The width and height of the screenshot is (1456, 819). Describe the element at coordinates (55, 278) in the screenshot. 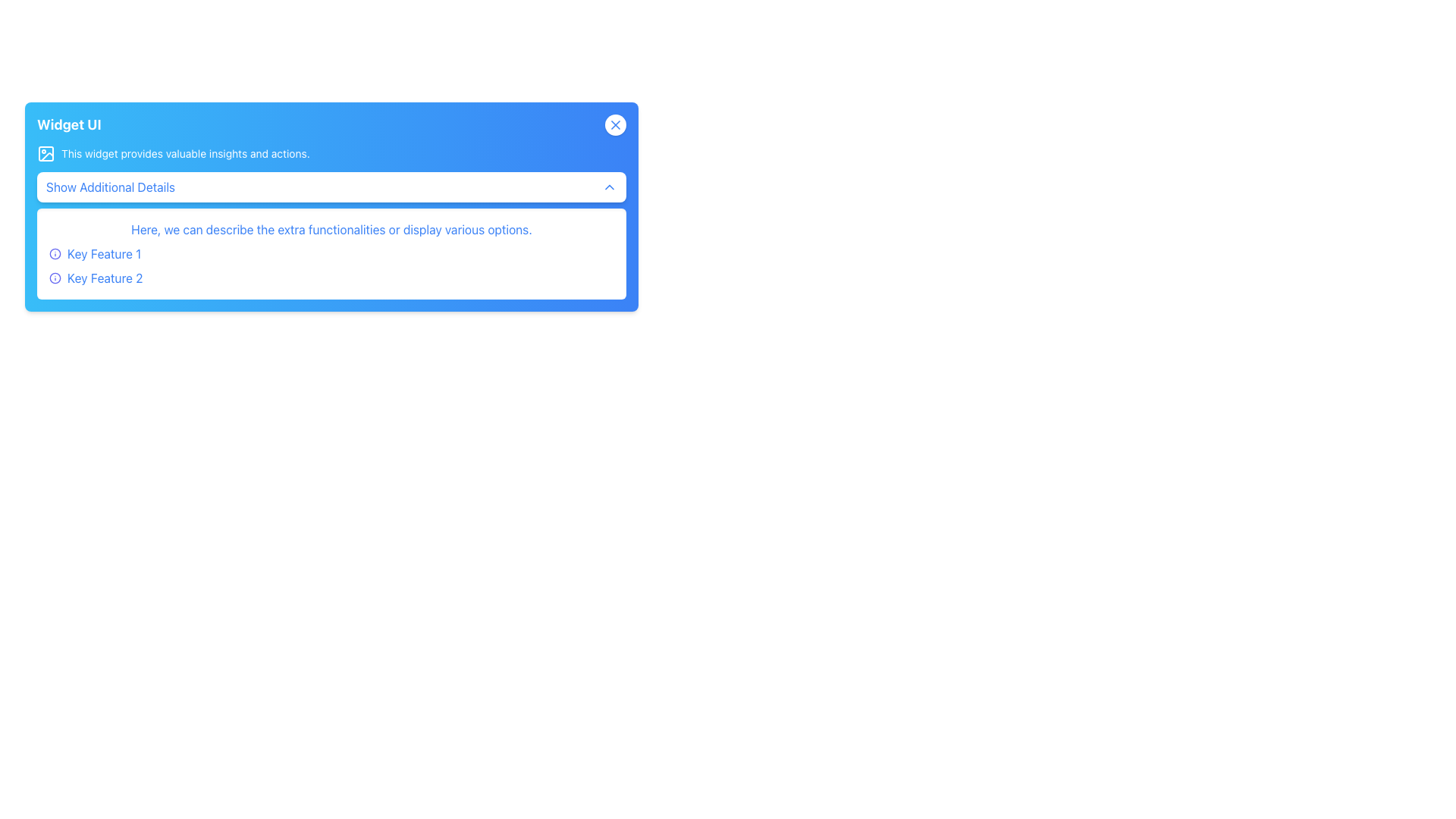

I see `SVG circle icon with a blue outline located near the top-left corner of the widget interface for design details` at that location.